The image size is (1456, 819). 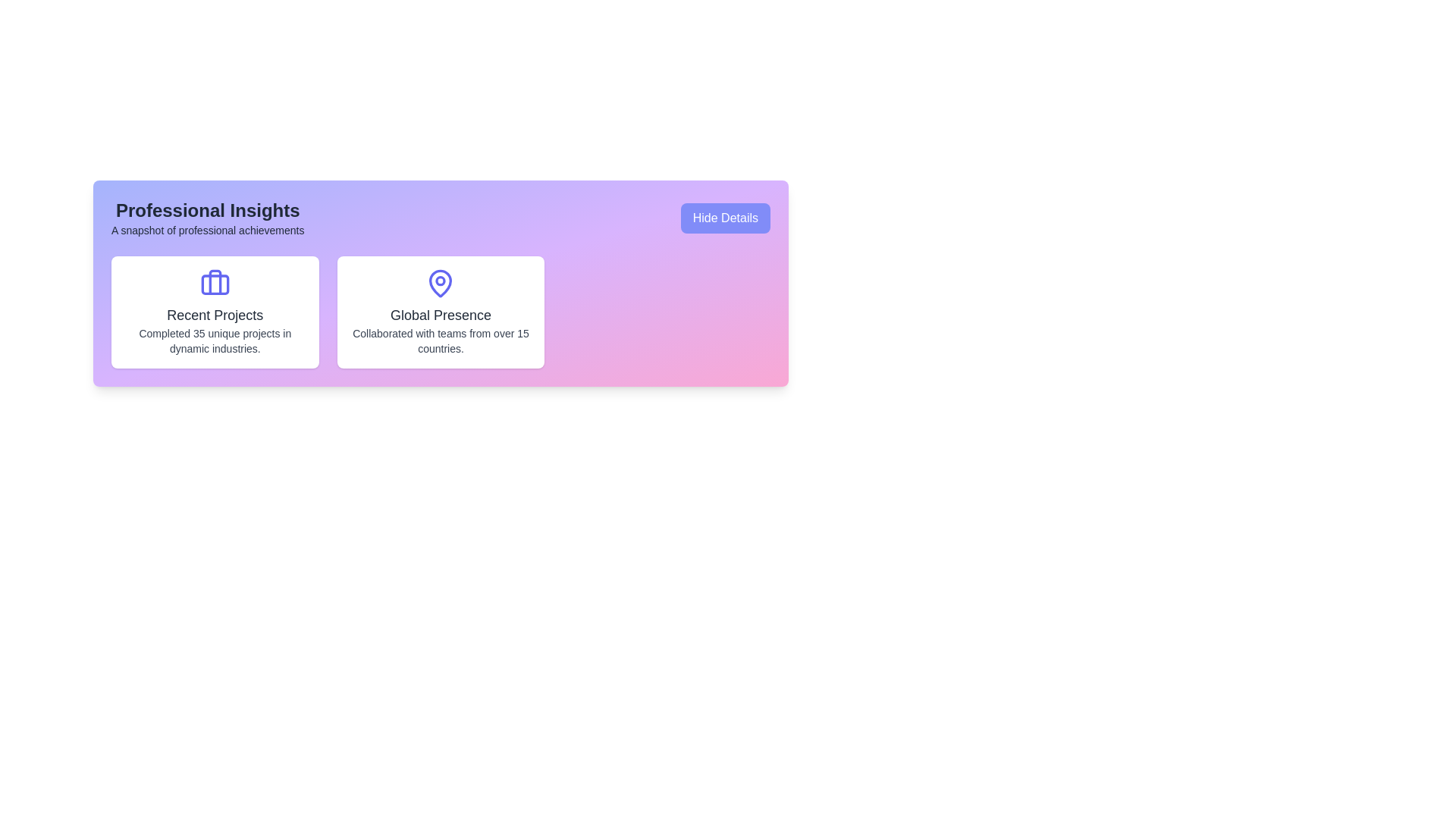 What do you see at coordinates (214, 284) in the screenshot?
I see `the indigo briefcase-shaped icon located above the 'Recent Projects' text within the white card in the 'Professional Insights' section` at bounding box center [214, 284].